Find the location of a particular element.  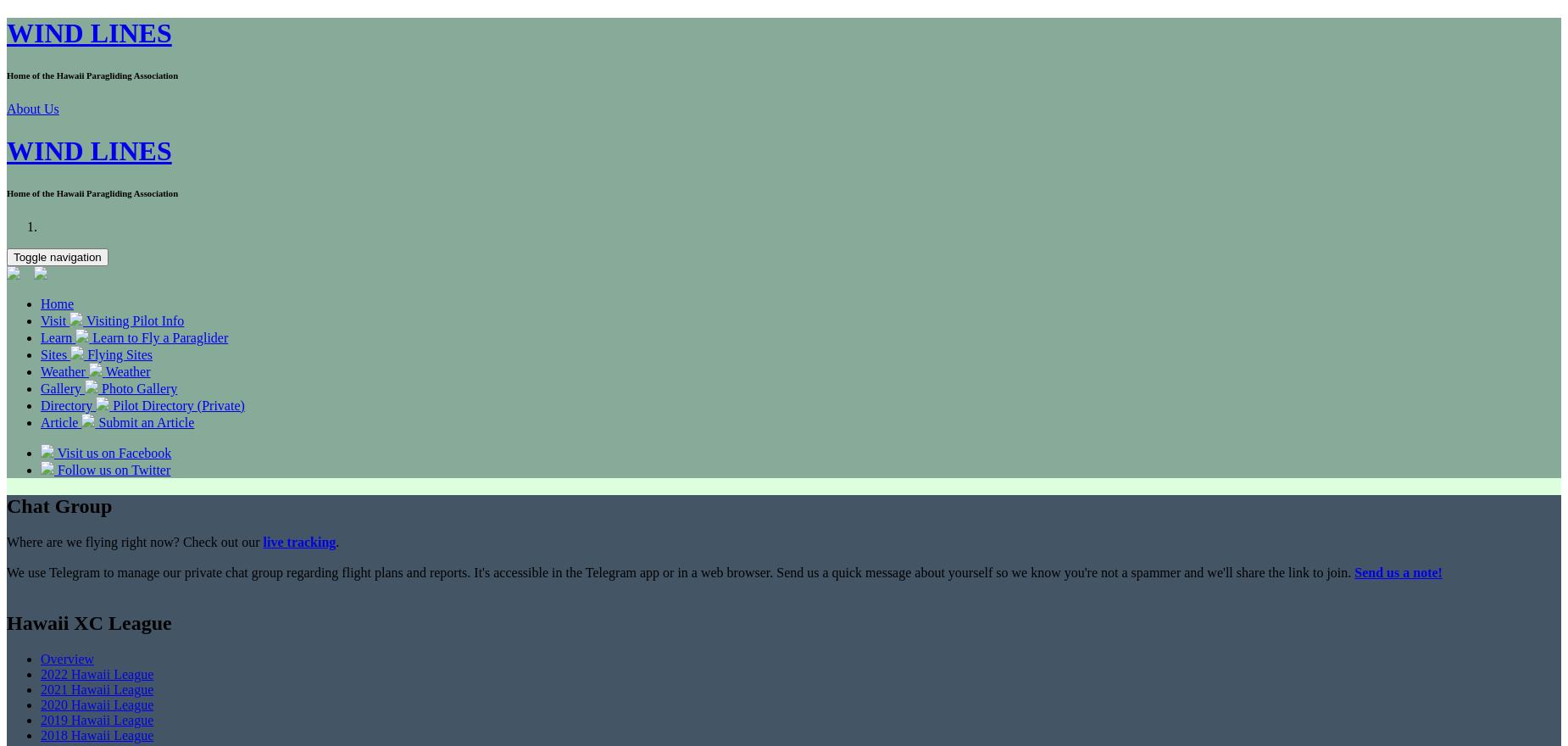

'Chat Group' is located at coordinates (58, 504).